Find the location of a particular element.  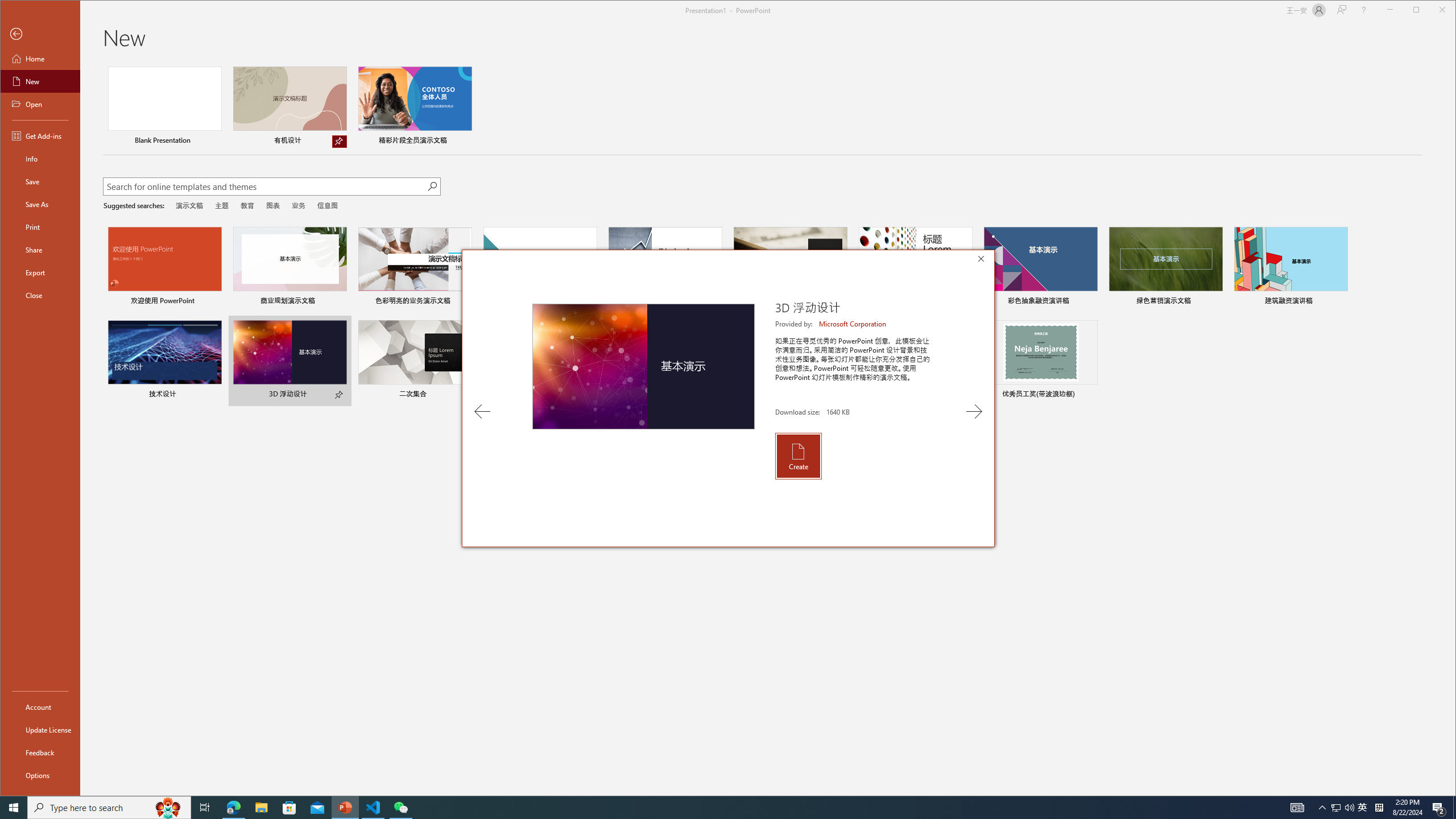

'Get Add-ins' is located at coordinates (39, 135).